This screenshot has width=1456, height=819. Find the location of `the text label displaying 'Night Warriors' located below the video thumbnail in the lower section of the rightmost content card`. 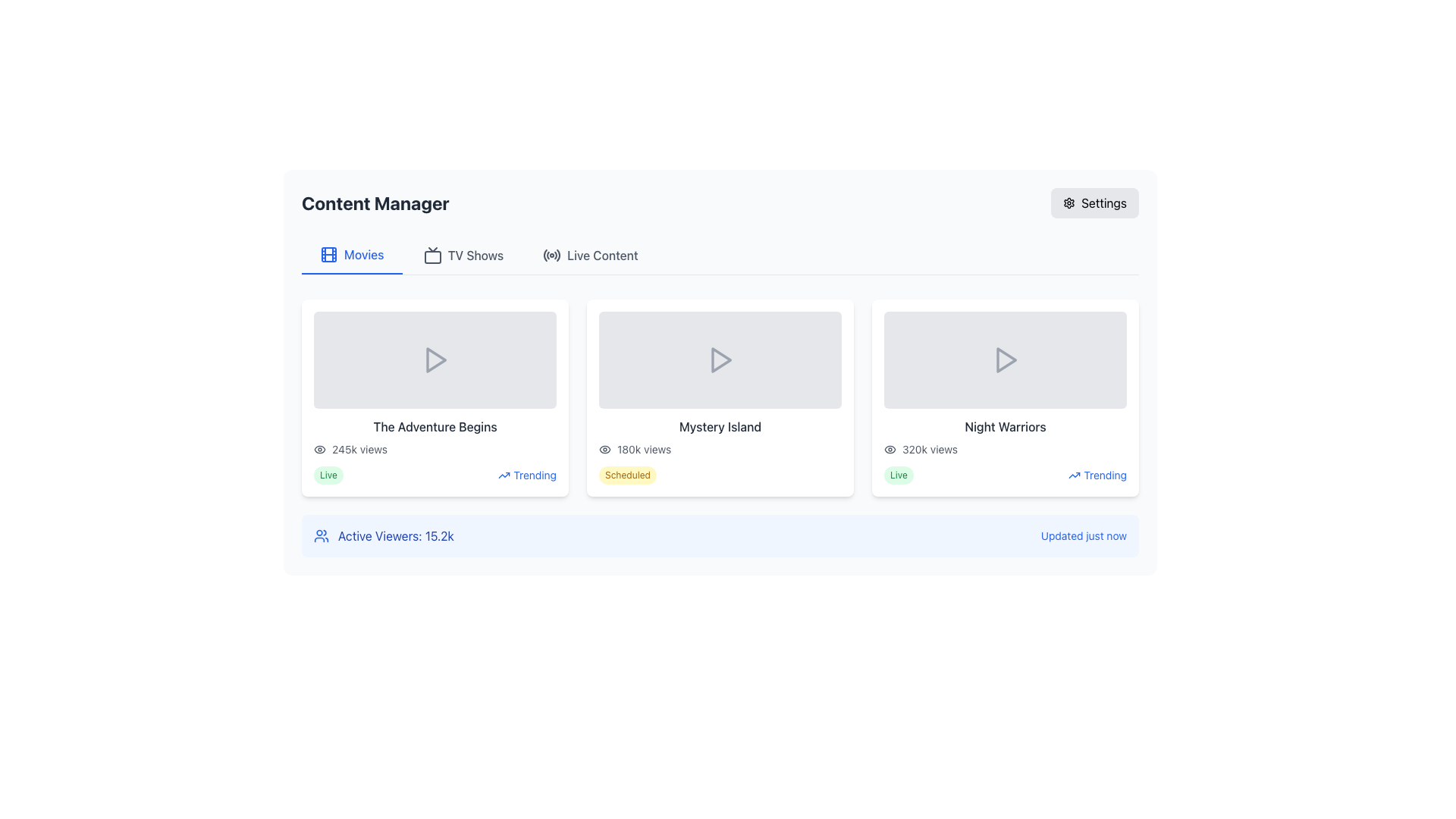

the text label displaying 'Night Warriors' located below the video thumbnail in the lower section of the rightmost content card is located at coordinates (1005, 427).